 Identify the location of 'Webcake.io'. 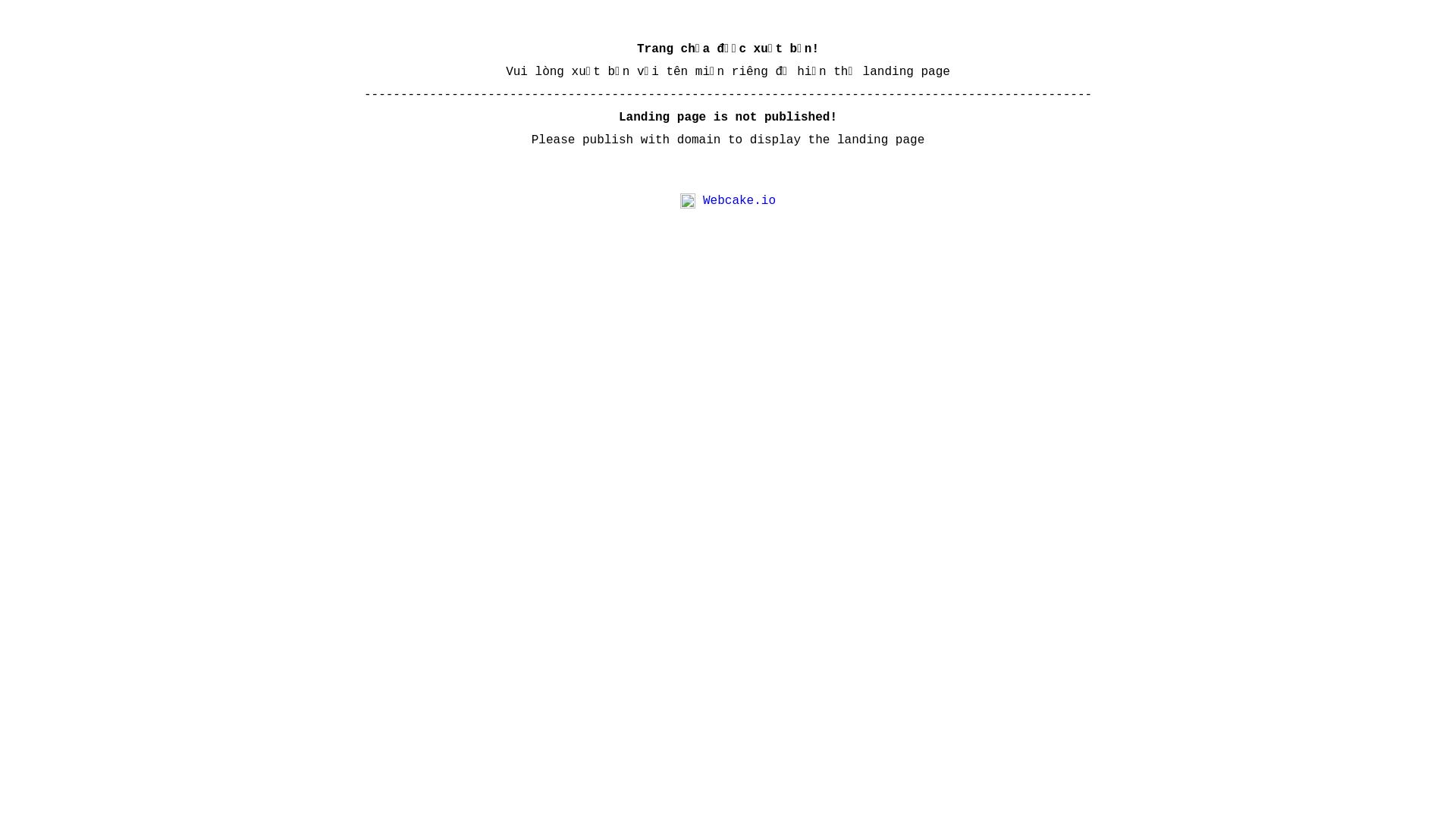
(739, 200).